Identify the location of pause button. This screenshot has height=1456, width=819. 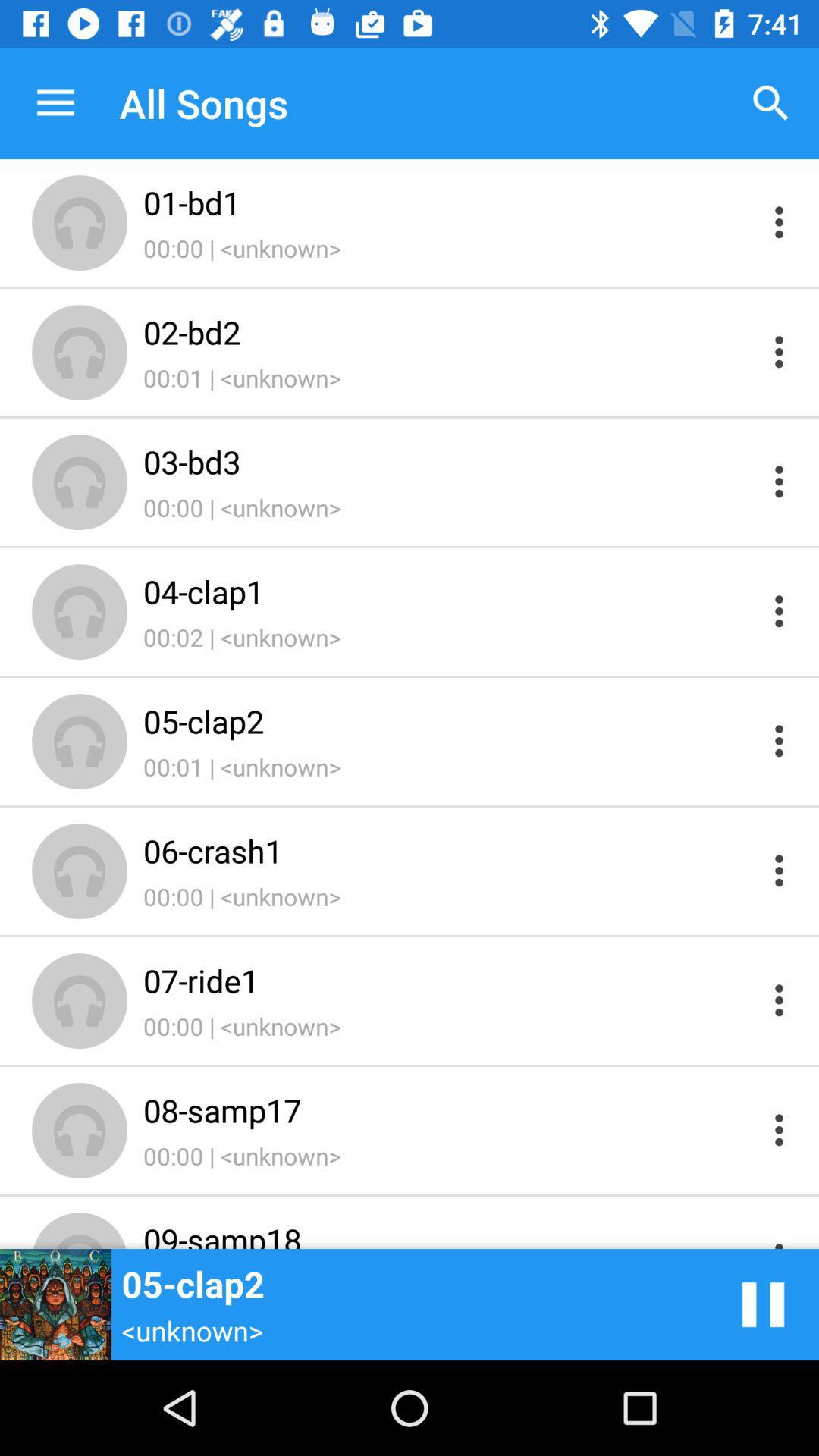
(763, 1304).